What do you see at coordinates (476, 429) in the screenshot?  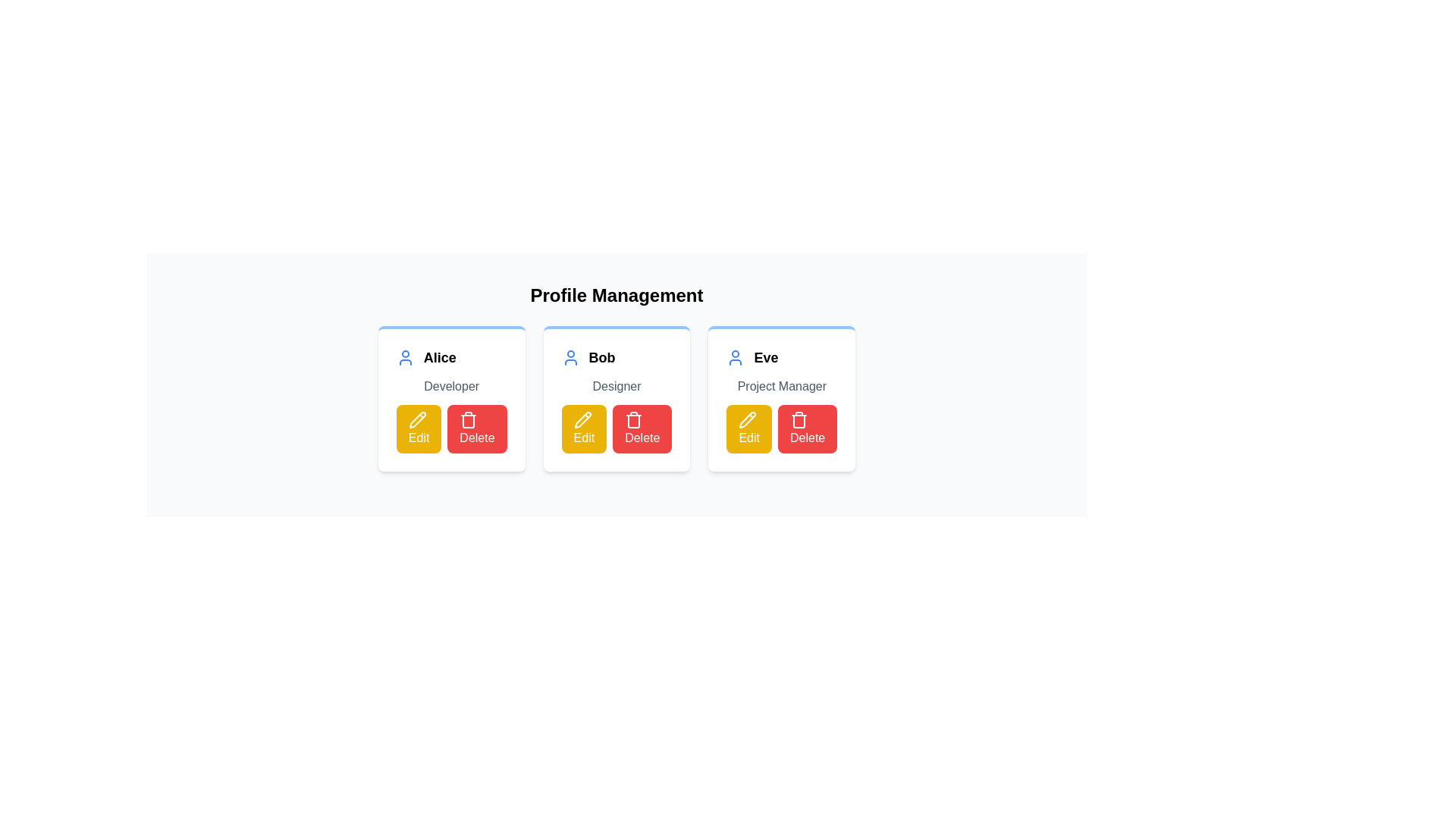 I see `the 'Delete' button, which is a rectangular button with rounded corners, featuring a red background and white text` at bounding box center [476, 429].